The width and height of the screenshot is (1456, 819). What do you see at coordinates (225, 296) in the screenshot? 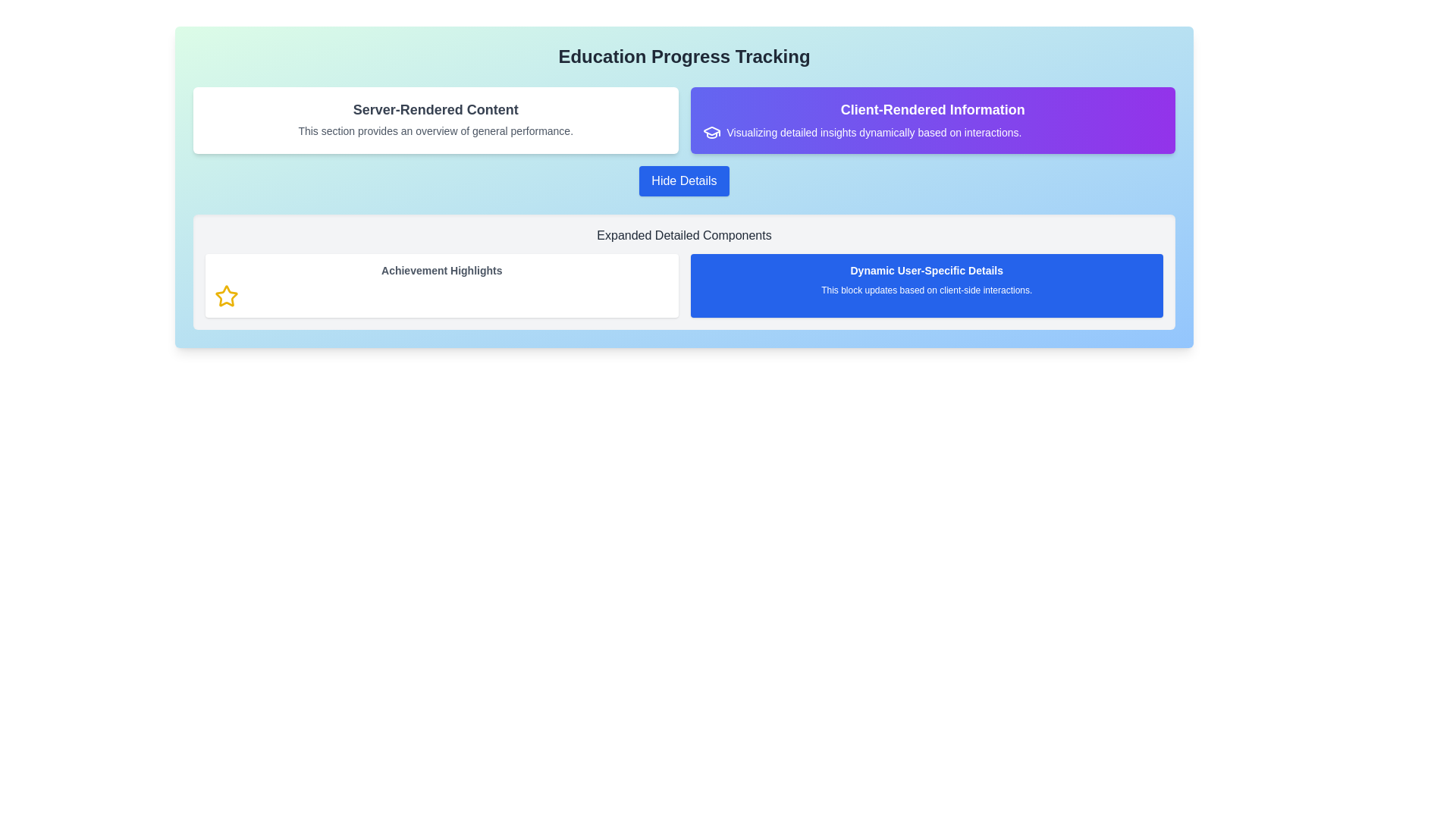
I see `the yellow outlined star icon located in the 'Achievement Highlights' section, which has a hollow interior and five pointed arms` at bounding box center [225, 296].